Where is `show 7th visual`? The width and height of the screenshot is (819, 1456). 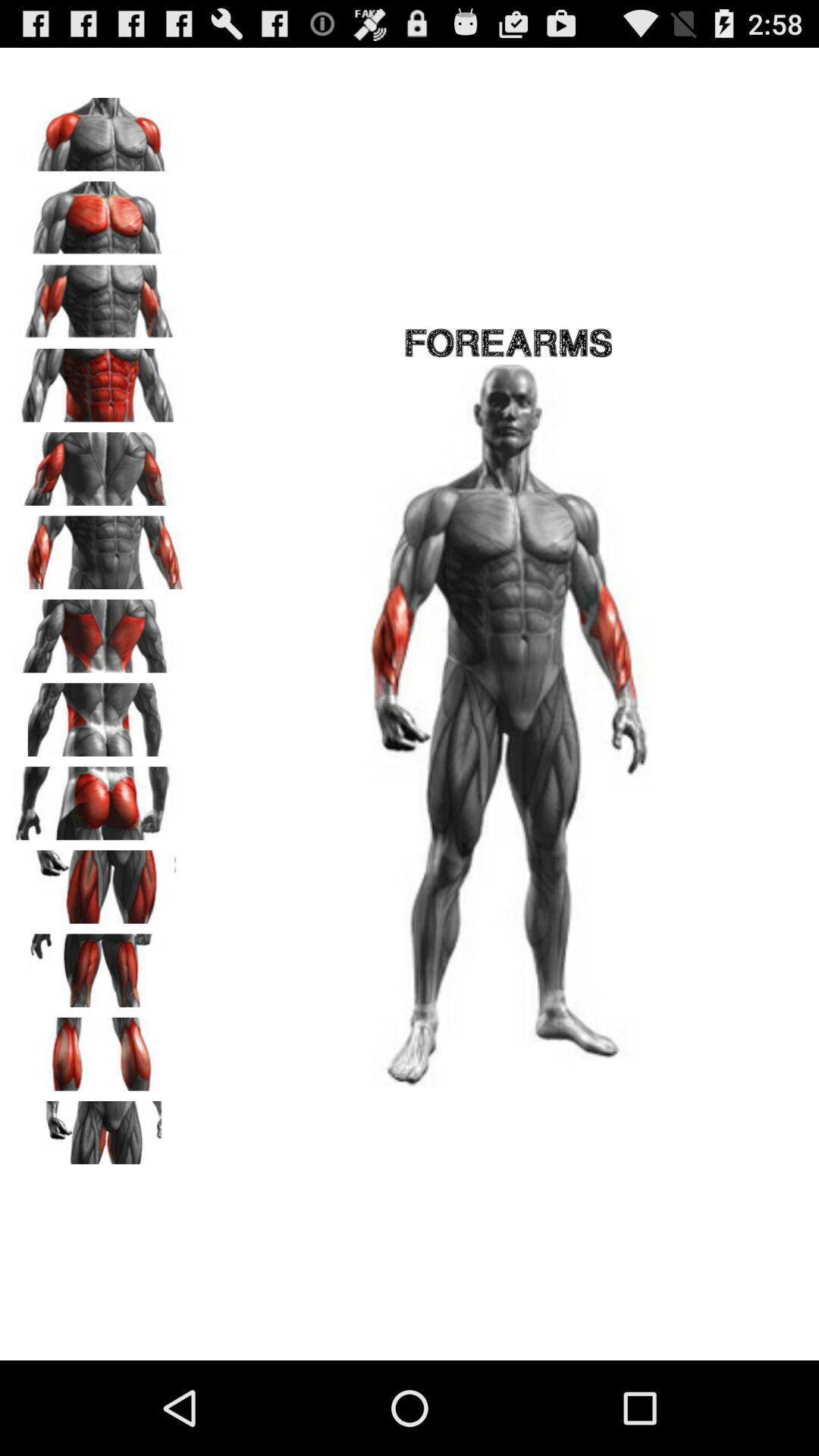
show 7th visual is located at coordinates (99, 631).